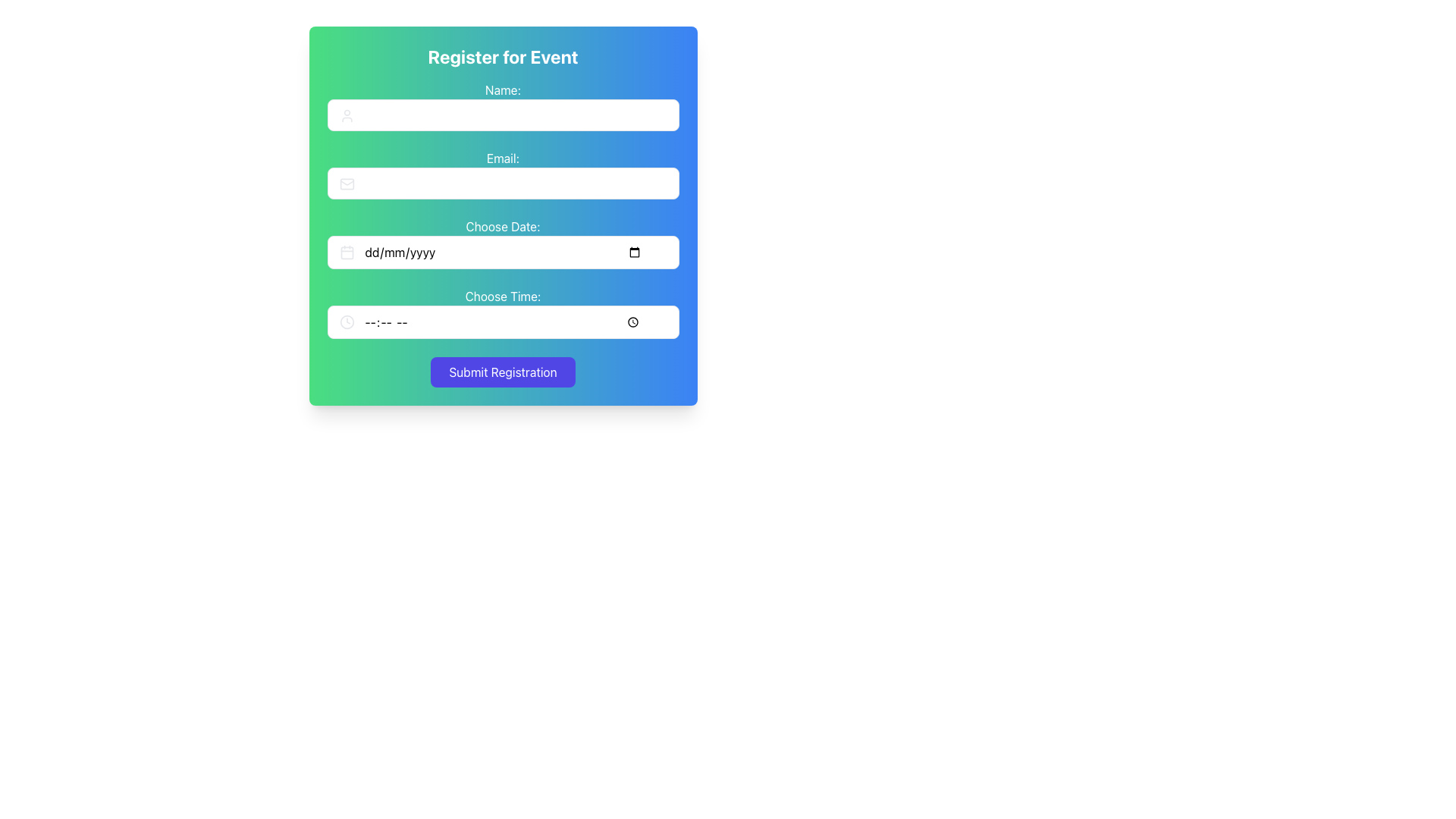  I want to click on text from the label indicating the purpose of the input field for the user's name, which is positioned above the input field in the form, so click(503, 90).